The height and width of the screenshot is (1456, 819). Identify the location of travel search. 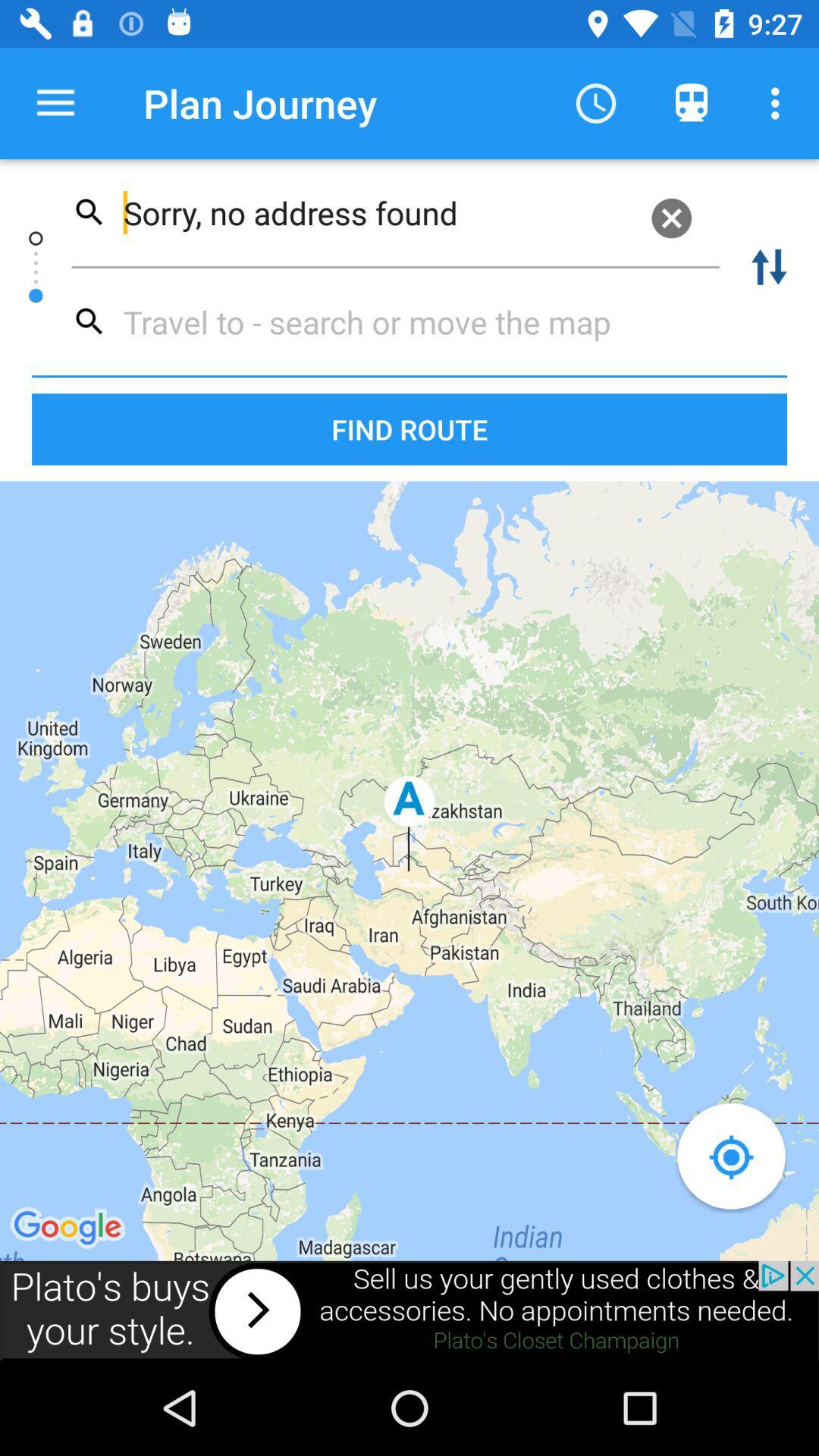
(388, 321).